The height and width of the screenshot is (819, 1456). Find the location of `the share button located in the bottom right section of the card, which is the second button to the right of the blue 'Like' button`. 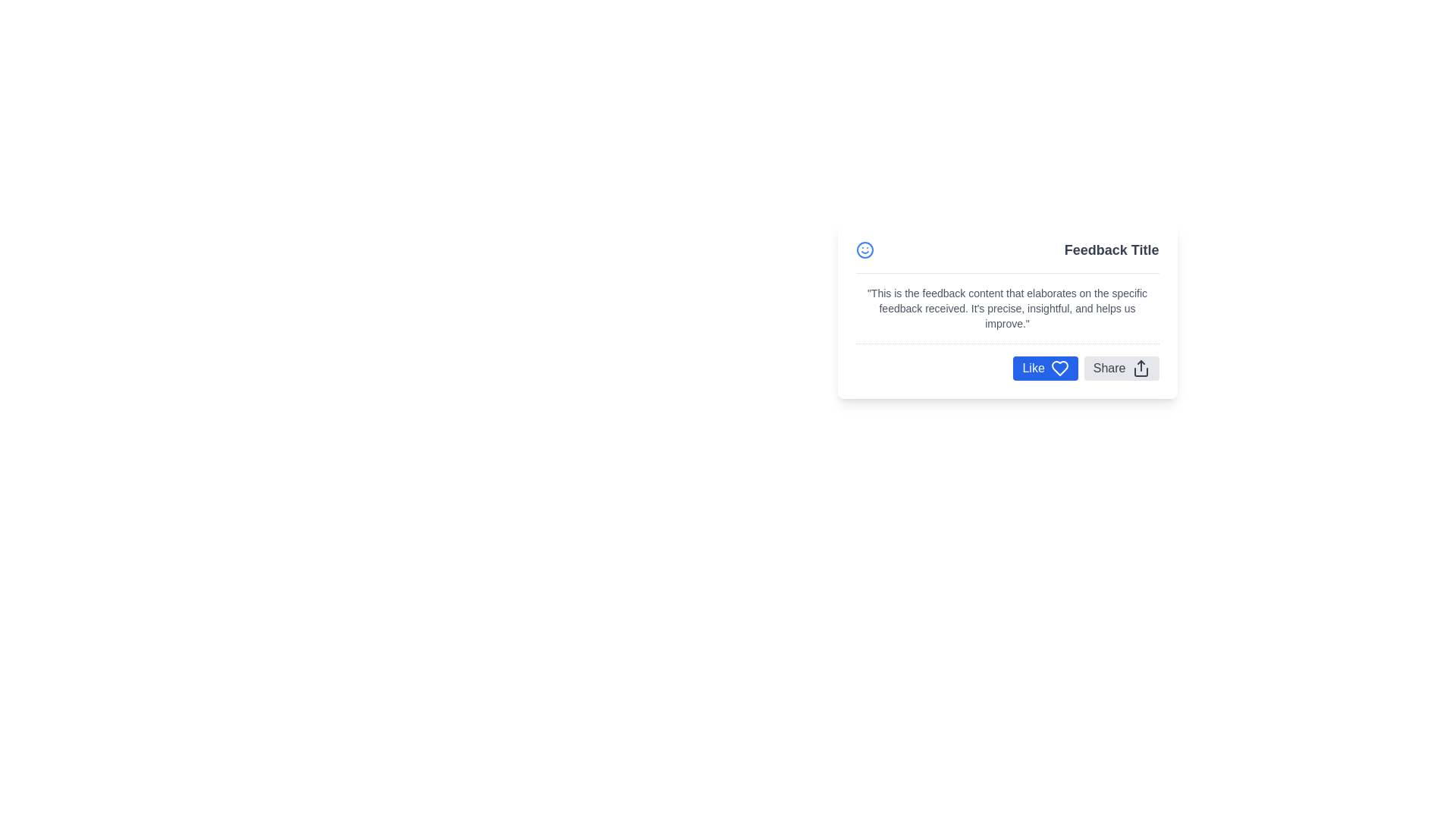

the share button located in the bottom right section of the card, which is the second button to the right of the blue 'Like' button is located at coordinates (1121, 369).